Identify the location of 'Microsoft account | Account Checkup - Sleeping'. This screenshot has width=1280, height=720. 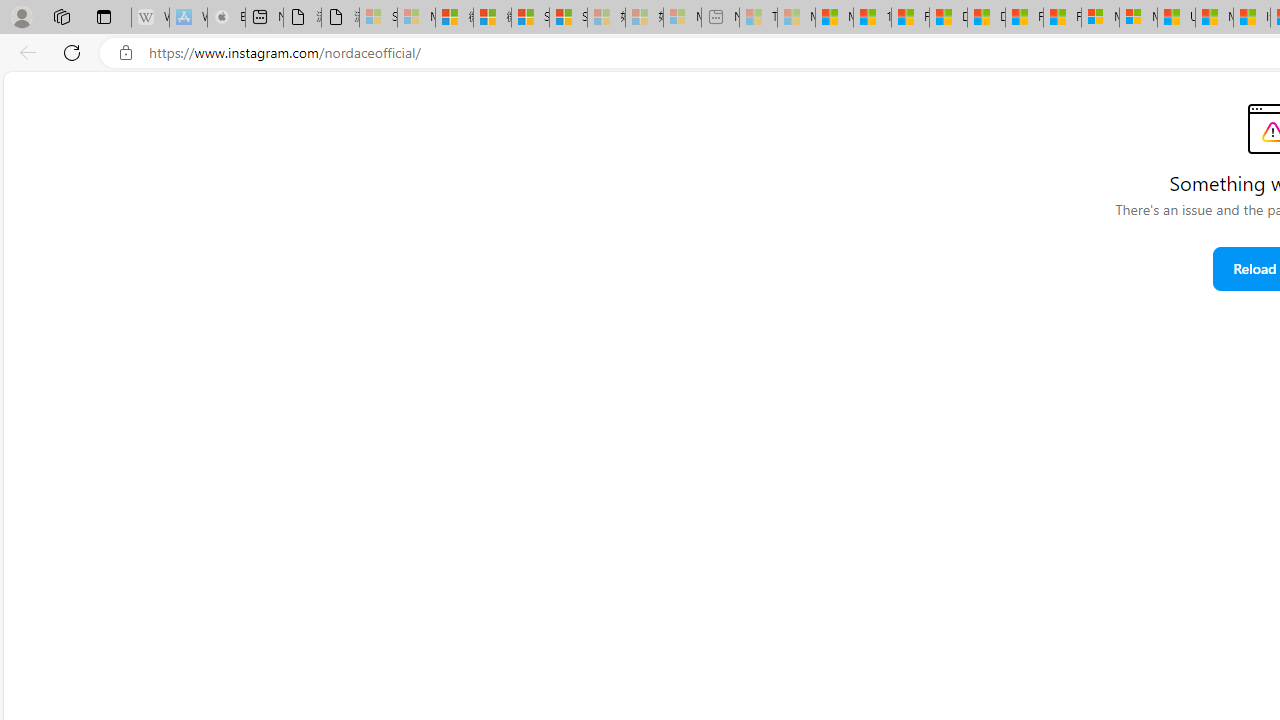
(682, 17).